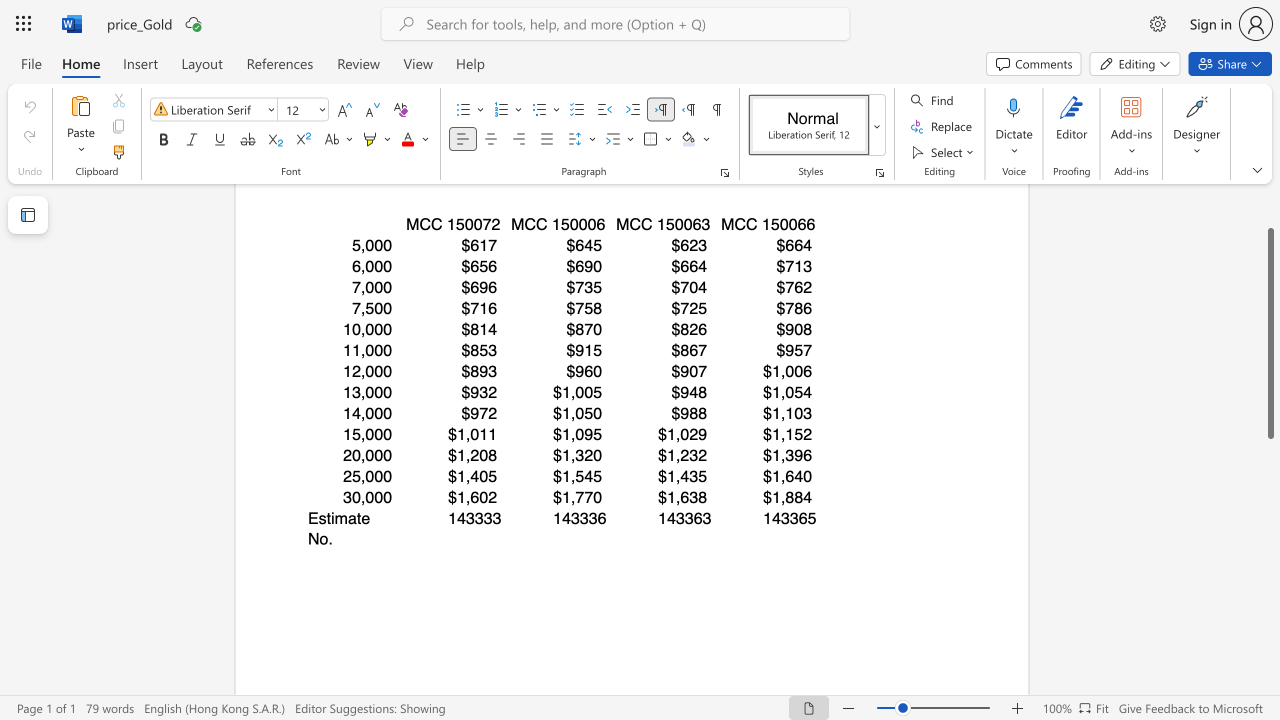 Image resolution: width=1280 pixels, height=720 pixels. I want to click on the scrollbar and move down 70 pixels, so click(1269, 333).